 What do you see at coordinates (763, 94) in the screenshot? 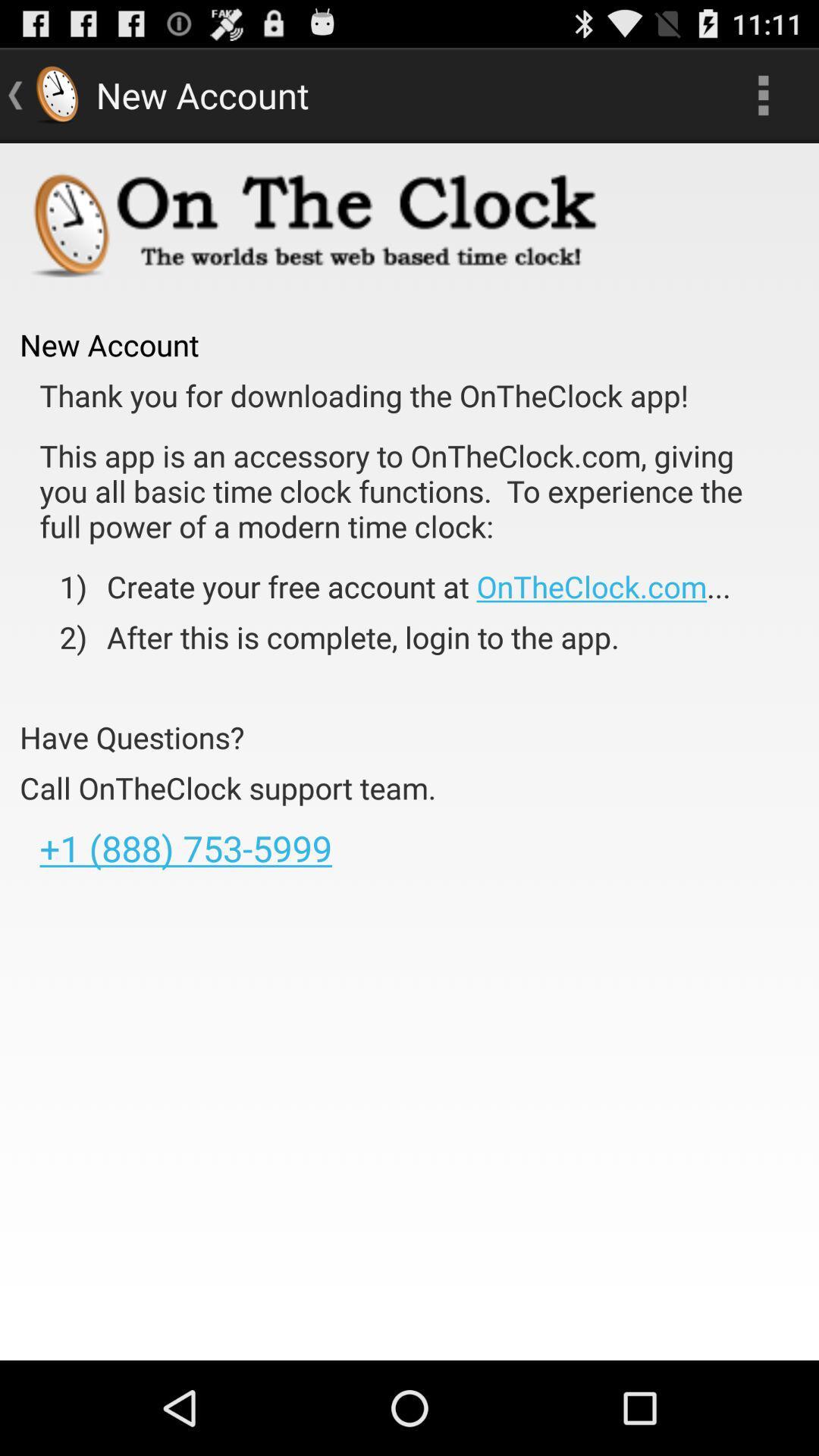
I see `app to the right of new account item` at bounding box center [763, 94].